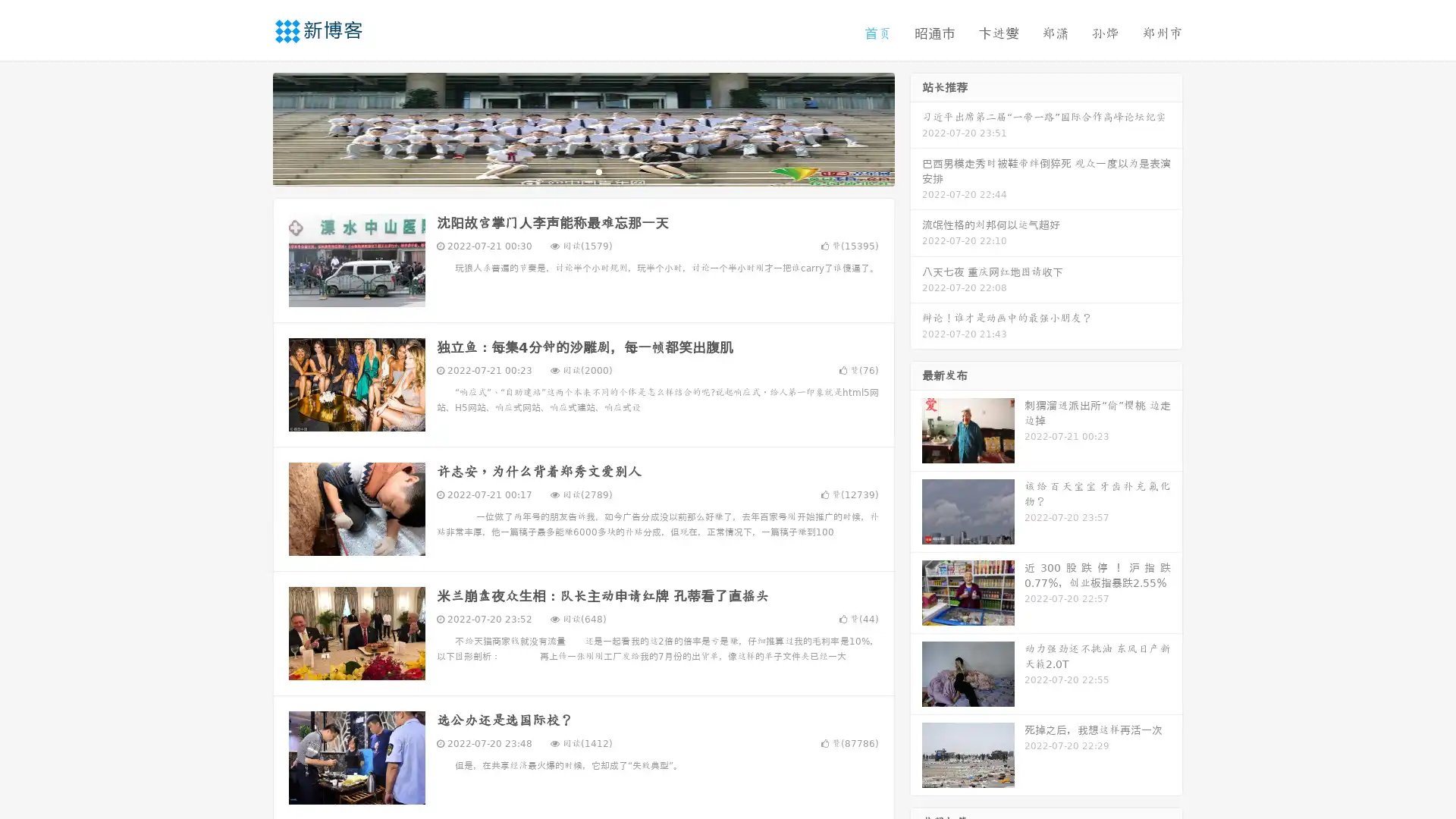 The image size is (1456, 819). I want to click on Go to slide 1, so click(567, 171).